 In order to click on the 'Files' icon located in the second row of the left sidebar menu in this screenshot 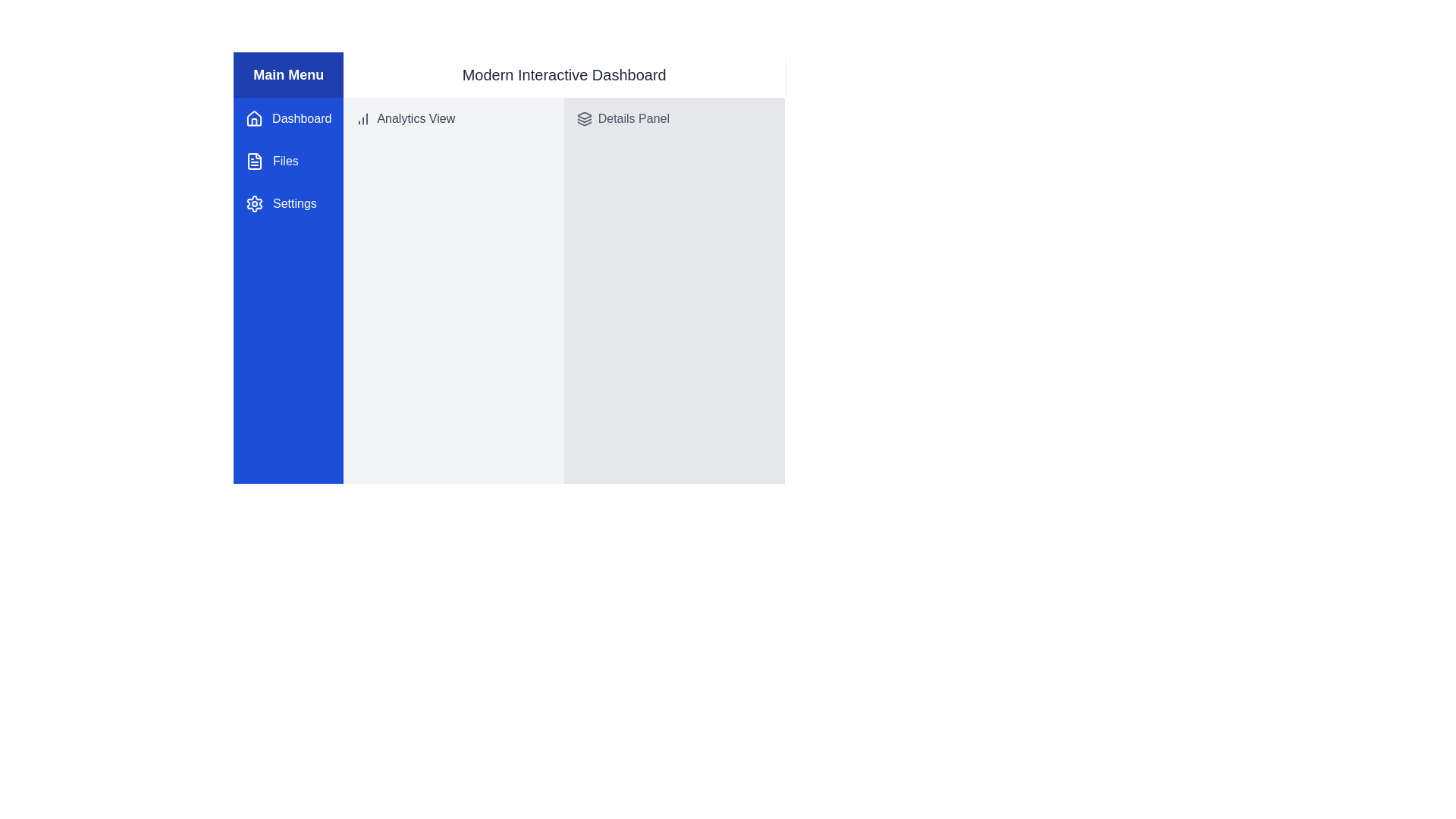, I will do `click(255, 161)`.